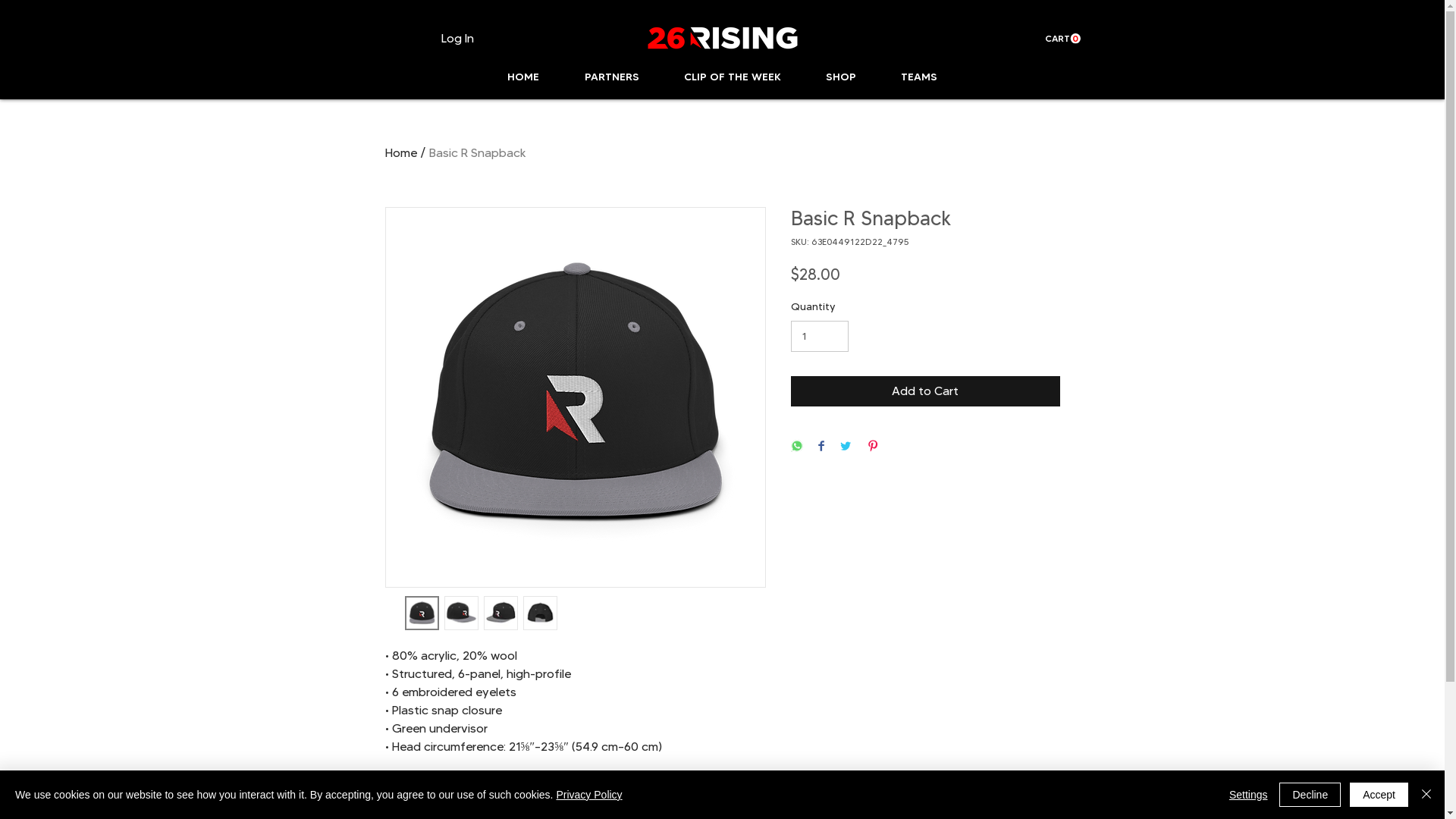 The width and height of the screenshot is (1456, 819). I want to click on 'SHOP', so click(840, 77).